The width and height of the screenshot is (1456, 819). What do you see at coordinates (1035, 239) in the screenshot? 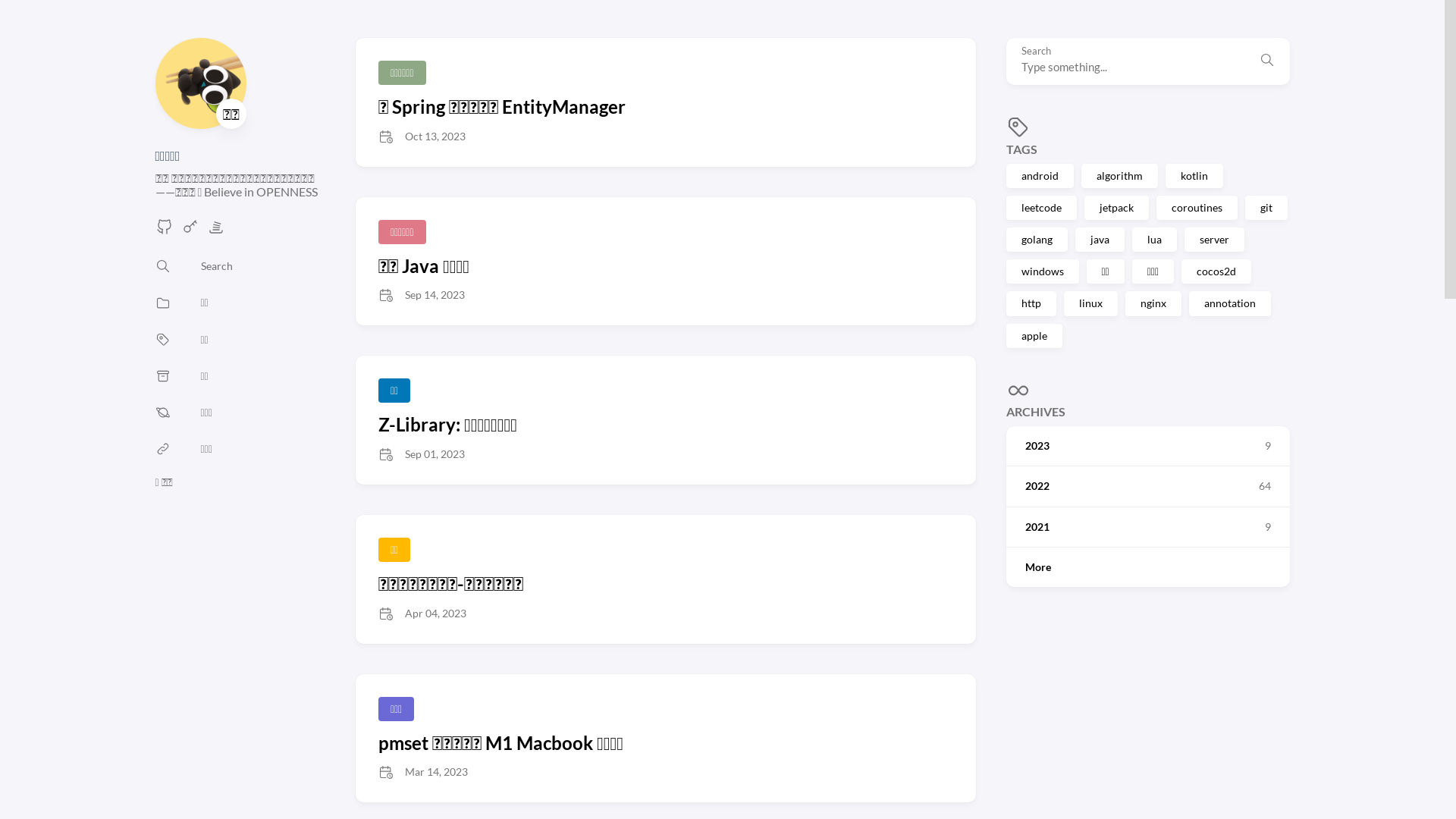
I see `'golang'` at bounding box center [1035, 239].